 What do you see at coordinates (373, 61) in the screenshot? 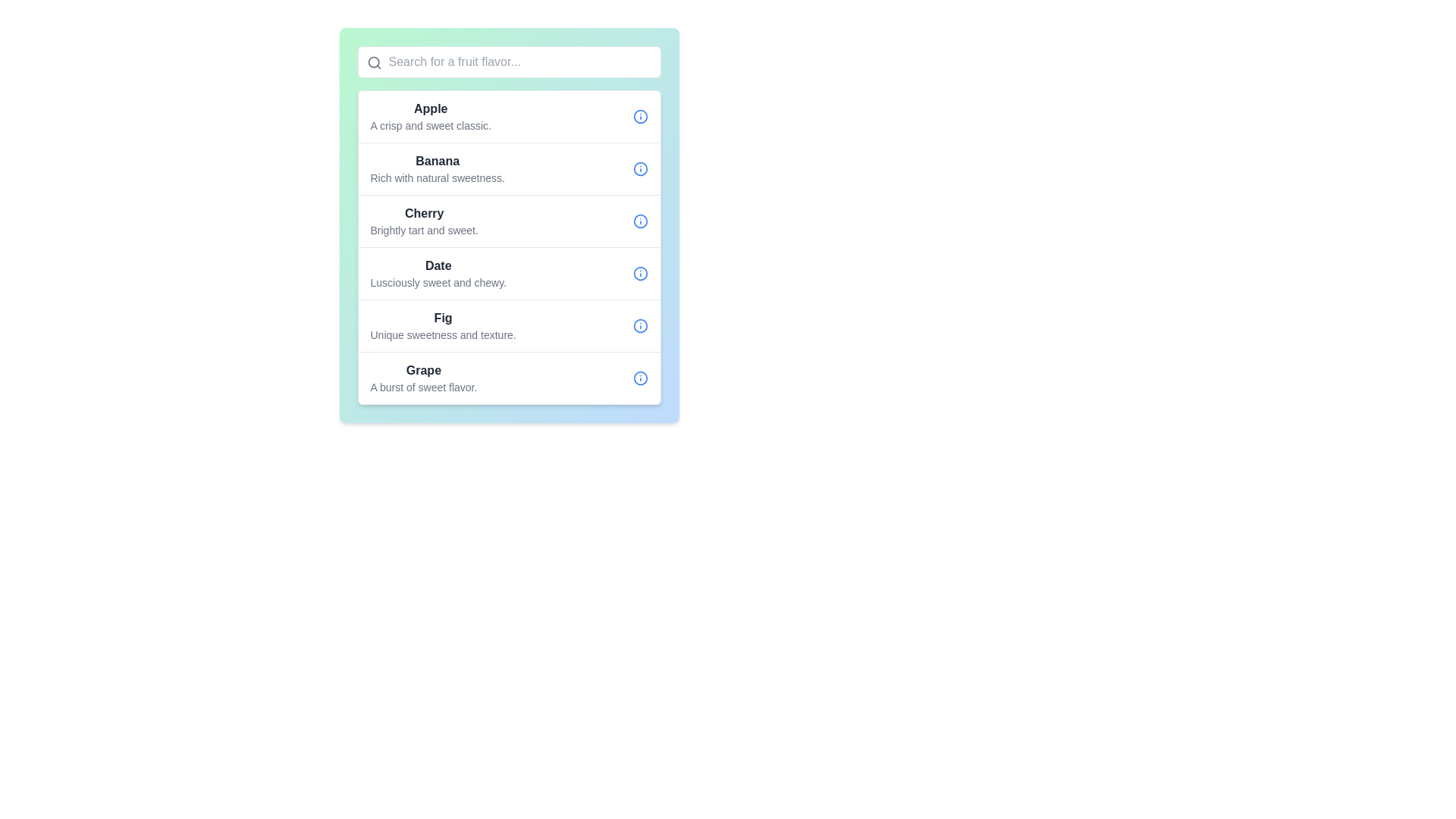
I see `the Decorative SVG circle element located in the upper-left corner of the input bar within the magnifying glass icon` at bounding box center [373, 61].